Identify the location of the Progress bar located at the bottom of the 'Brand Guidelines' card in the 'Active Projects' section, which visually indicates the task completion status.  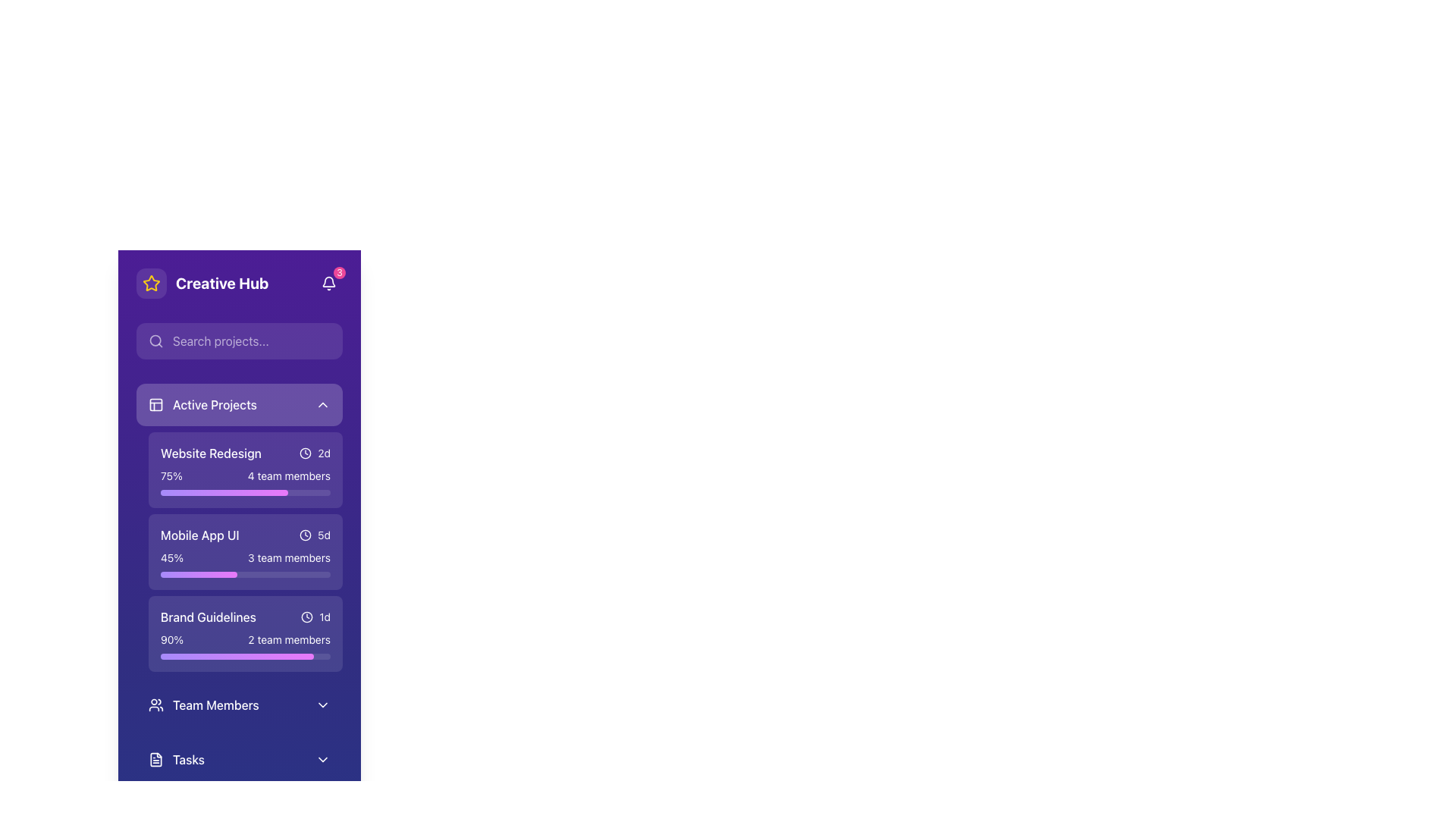
(246, 656).